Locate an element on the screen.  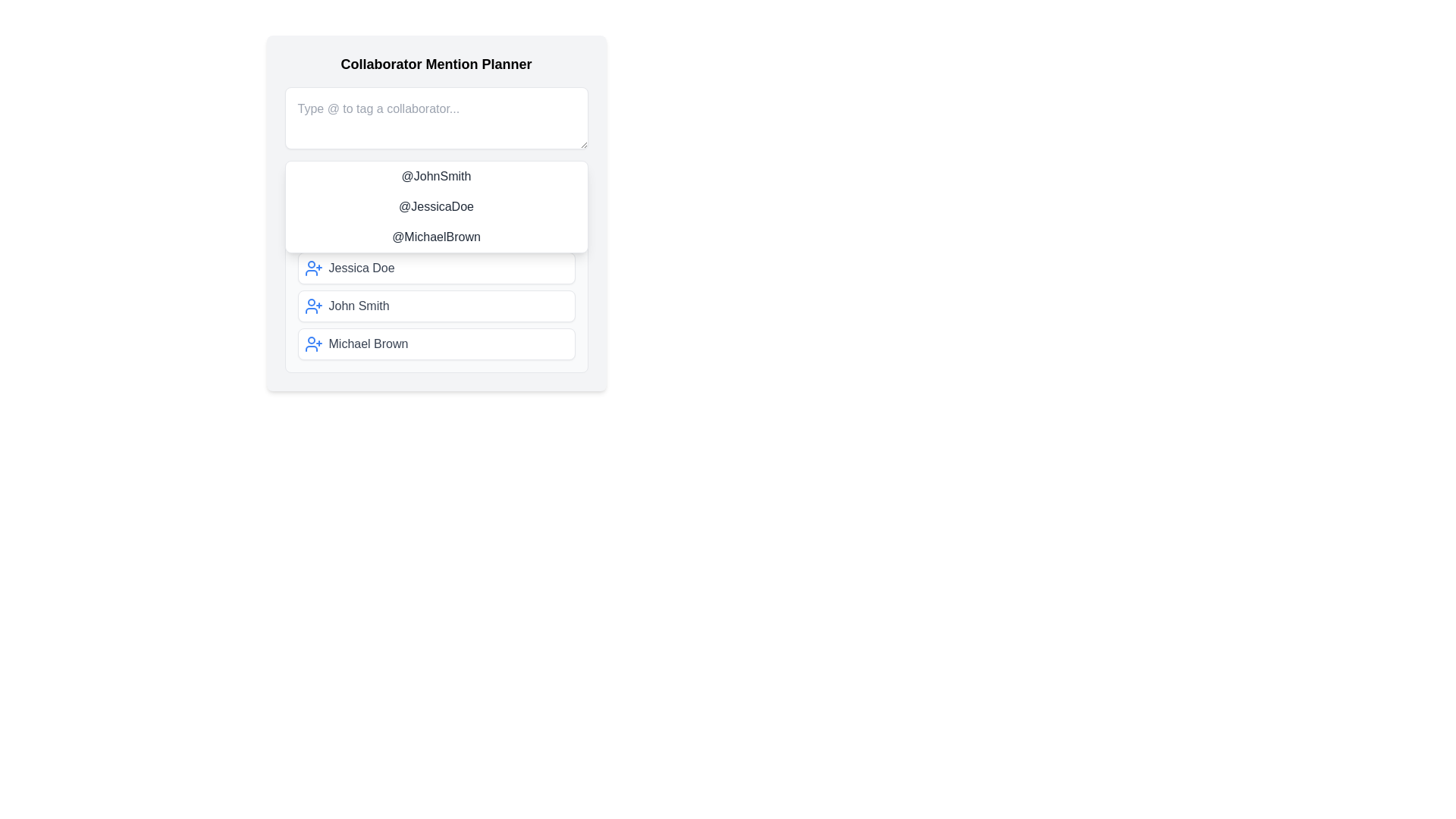
the list item labeled 'Michael Brown', which is the third item in a vertical list below the main input field is located at coordinates (435, 344).